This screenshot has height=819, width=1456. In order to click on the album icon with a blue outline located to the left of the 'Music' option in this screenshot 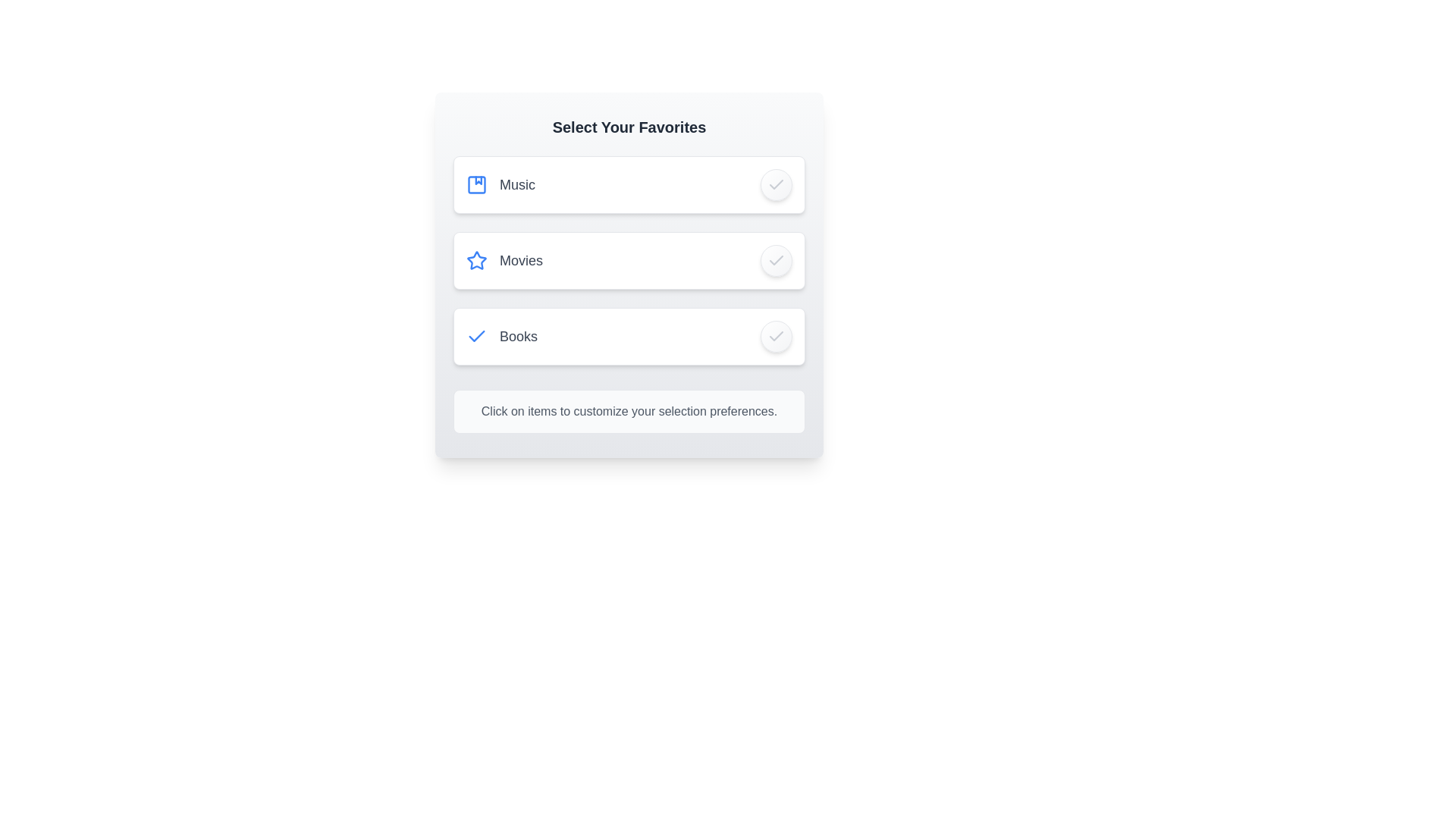, I will do `click(475, 184)`.